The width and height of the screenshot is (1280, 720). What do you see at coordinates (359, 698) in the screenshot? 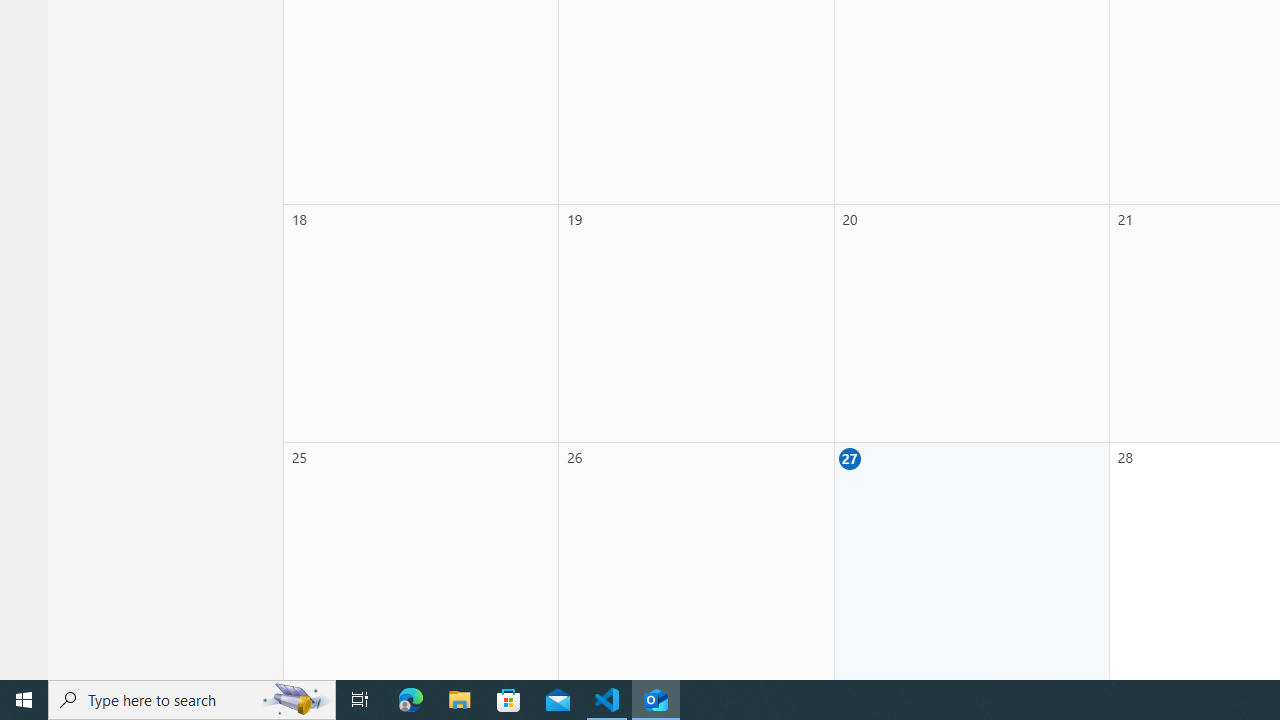
I see `'Task View'` at bounding box center [359, 698].